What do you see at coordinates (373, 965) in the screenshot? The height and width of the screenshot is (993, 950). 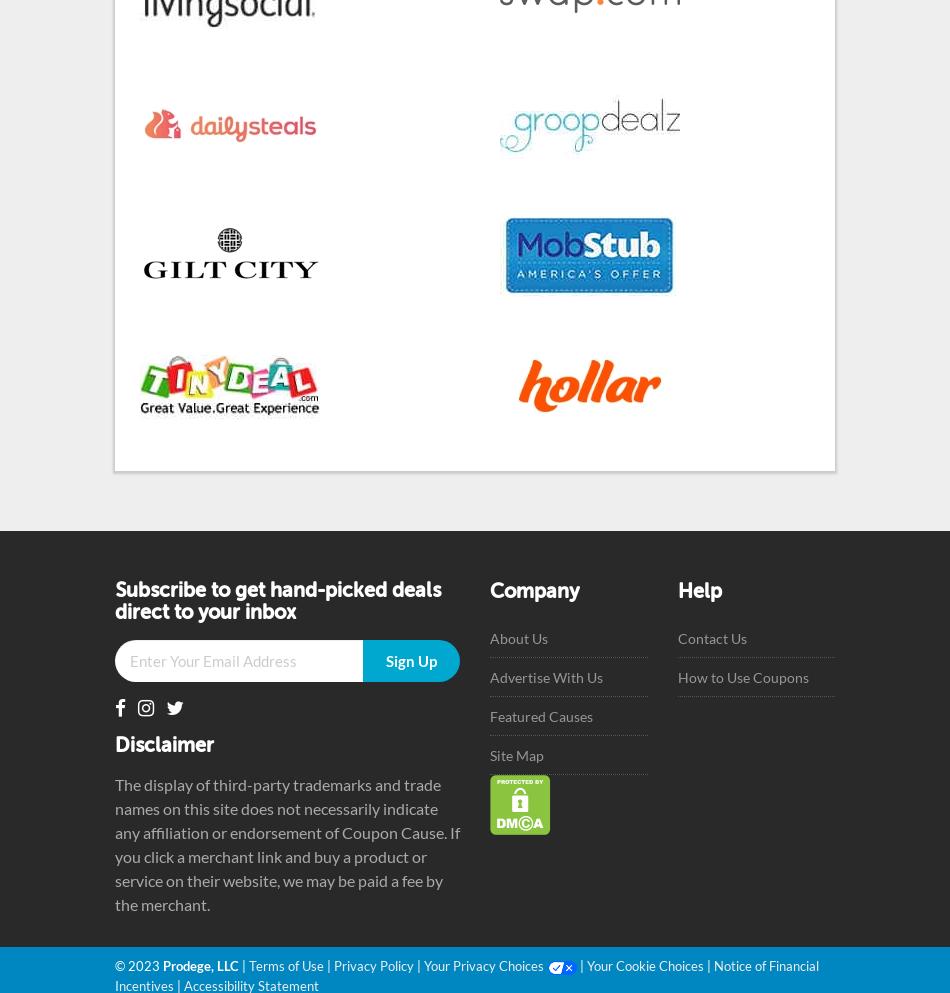 I see `'Privacy Policy'` at bounding box center [373, 965].